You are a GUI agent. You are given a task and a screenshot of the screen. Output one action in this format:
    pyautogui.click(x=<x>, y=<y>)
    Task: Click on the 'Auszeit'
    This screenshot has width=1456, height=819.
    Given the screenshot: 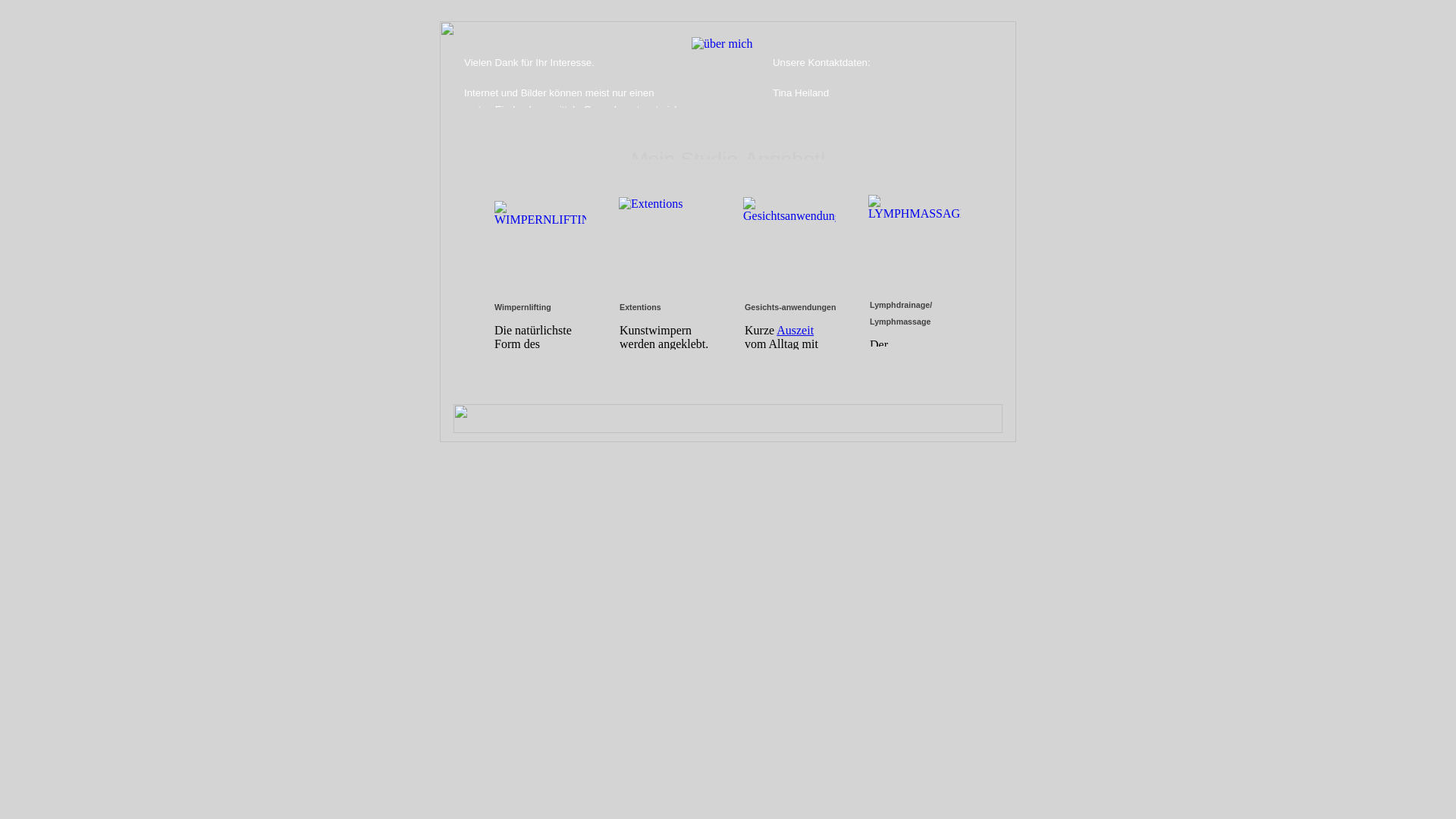 What is the action you would take?
    pyautogui.click(x=794, y=329)
    